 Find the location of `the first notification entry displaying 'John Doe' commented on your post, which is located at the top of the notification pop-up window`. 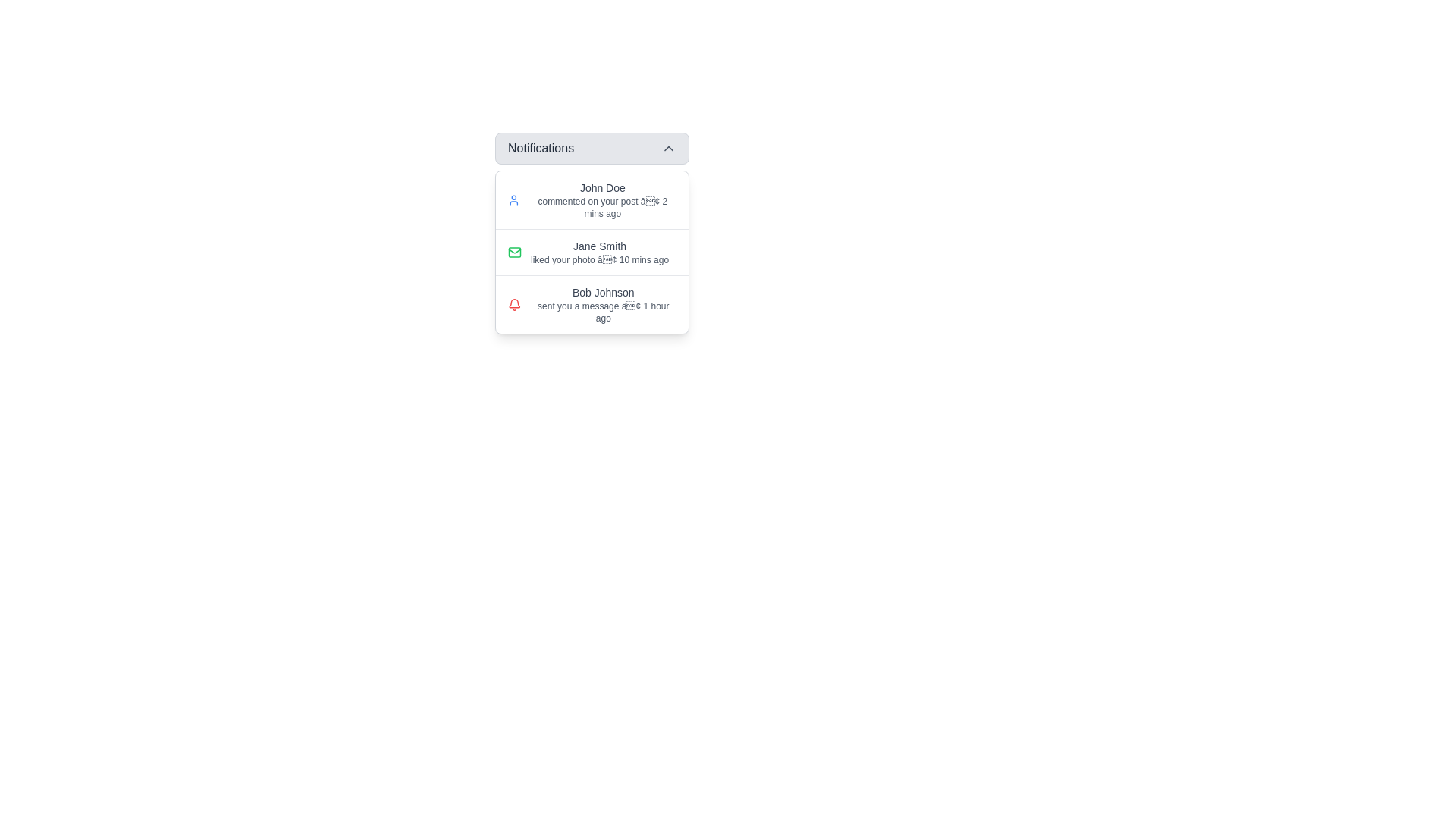

the first notification entry displaying 'John Doe' commented on your post, which is located at the top of the notification pop-up window is located at coordinates (601, 199).